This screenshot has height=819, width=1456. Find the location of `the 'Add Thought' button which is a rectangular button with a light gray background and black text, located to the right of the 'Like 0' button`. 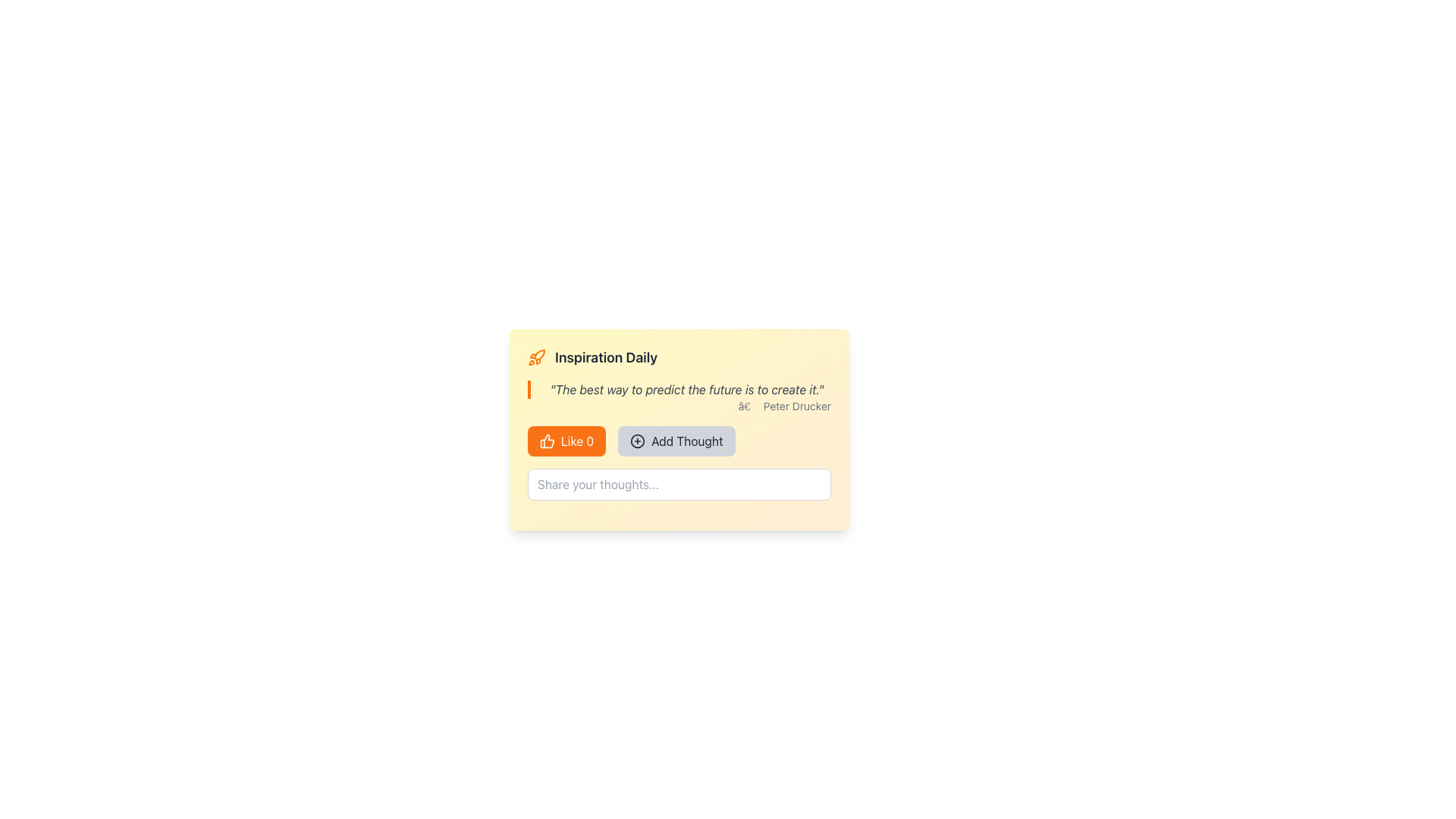

the 'Add Thought' button which is a rectangular button with a light gray background and black text, located to the right of the 'Like 0' button is located at coordinates (679, 441).